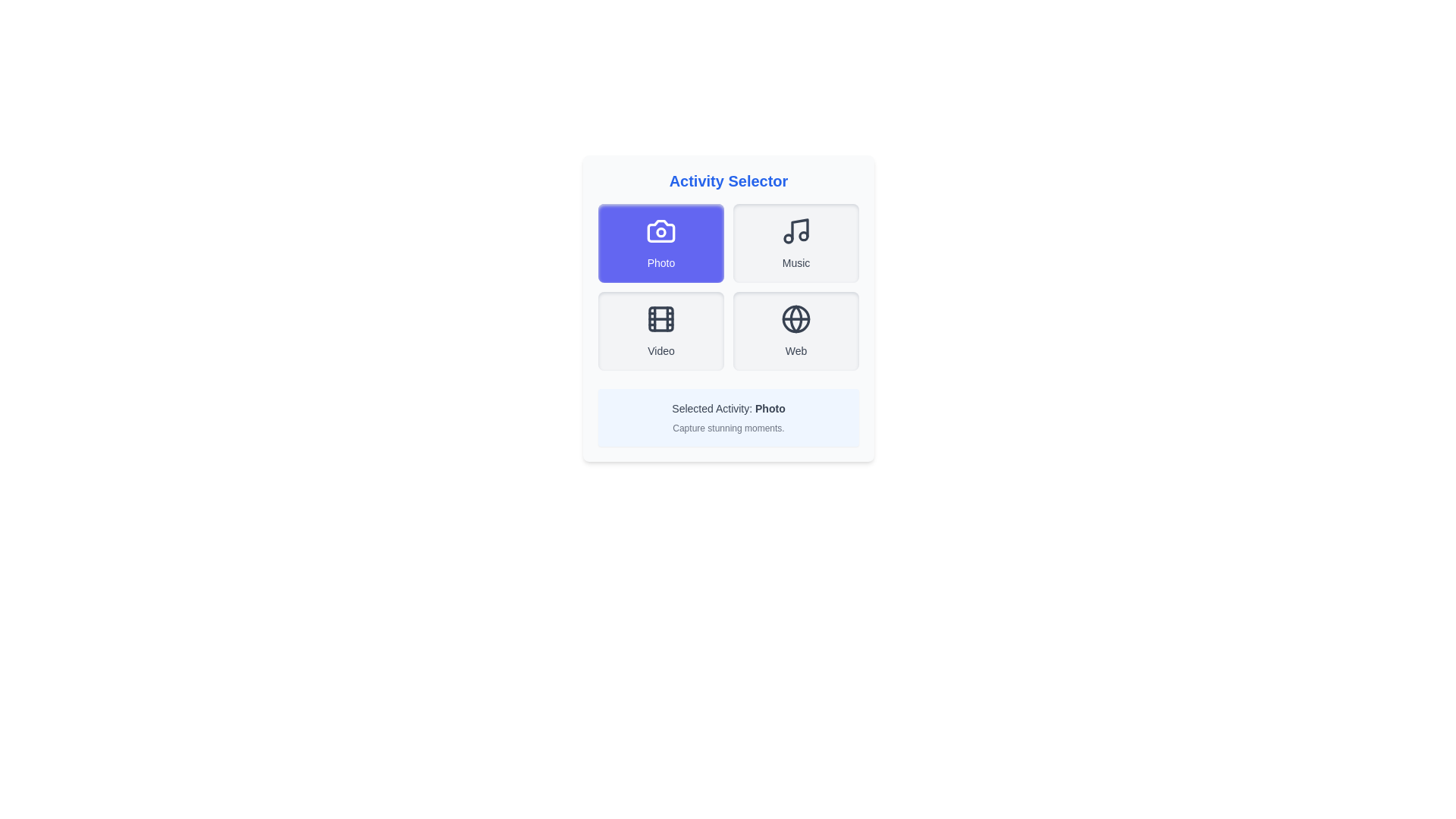 The width and height of the screenshot is (1456, 819). I want to click on the musical note icon located in the upper-right quadrant of the activity selection grid, so click(799, 229).